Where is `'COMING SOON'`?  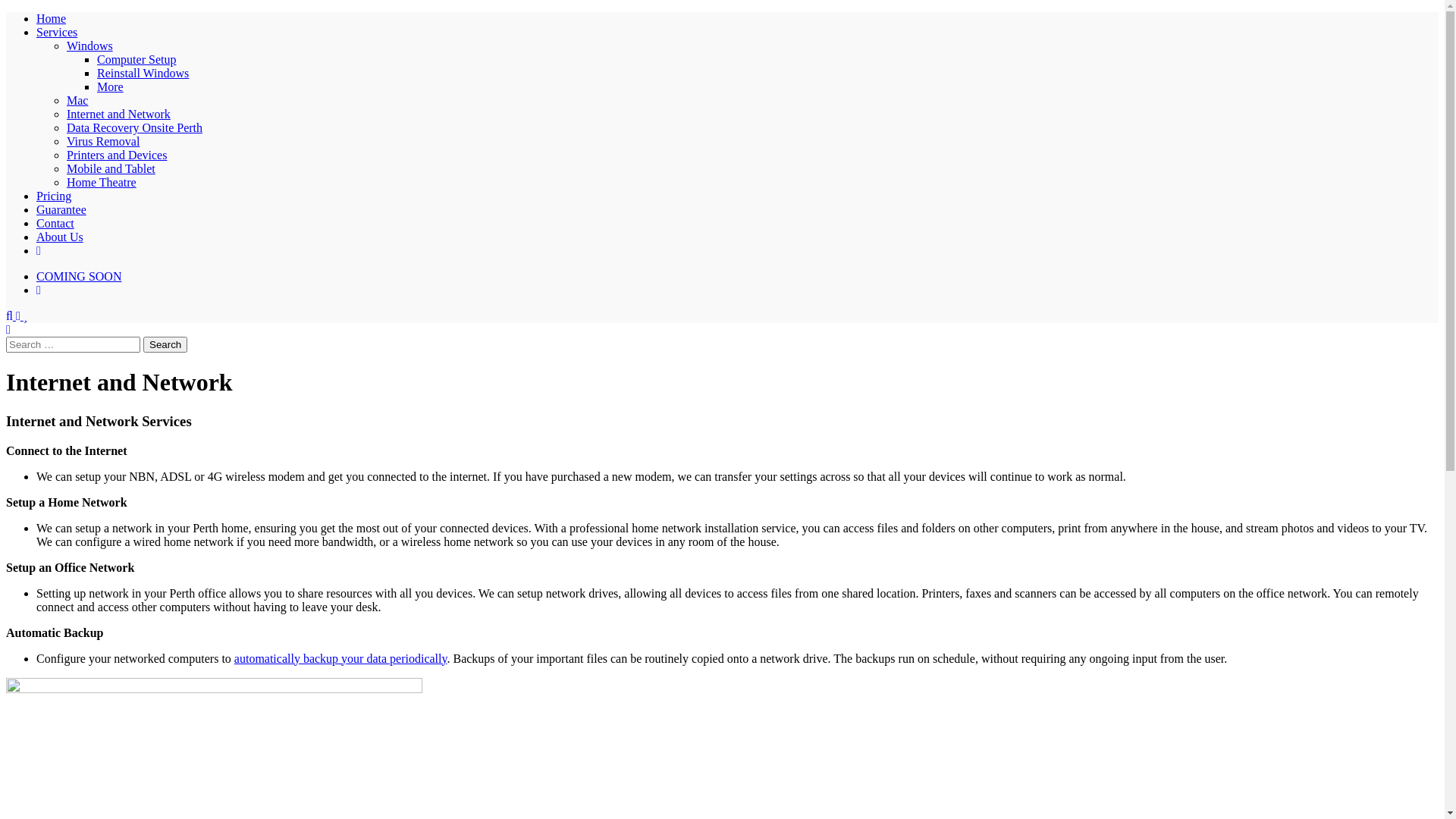
'COMING SOON' is located at coordinates (36, 276).